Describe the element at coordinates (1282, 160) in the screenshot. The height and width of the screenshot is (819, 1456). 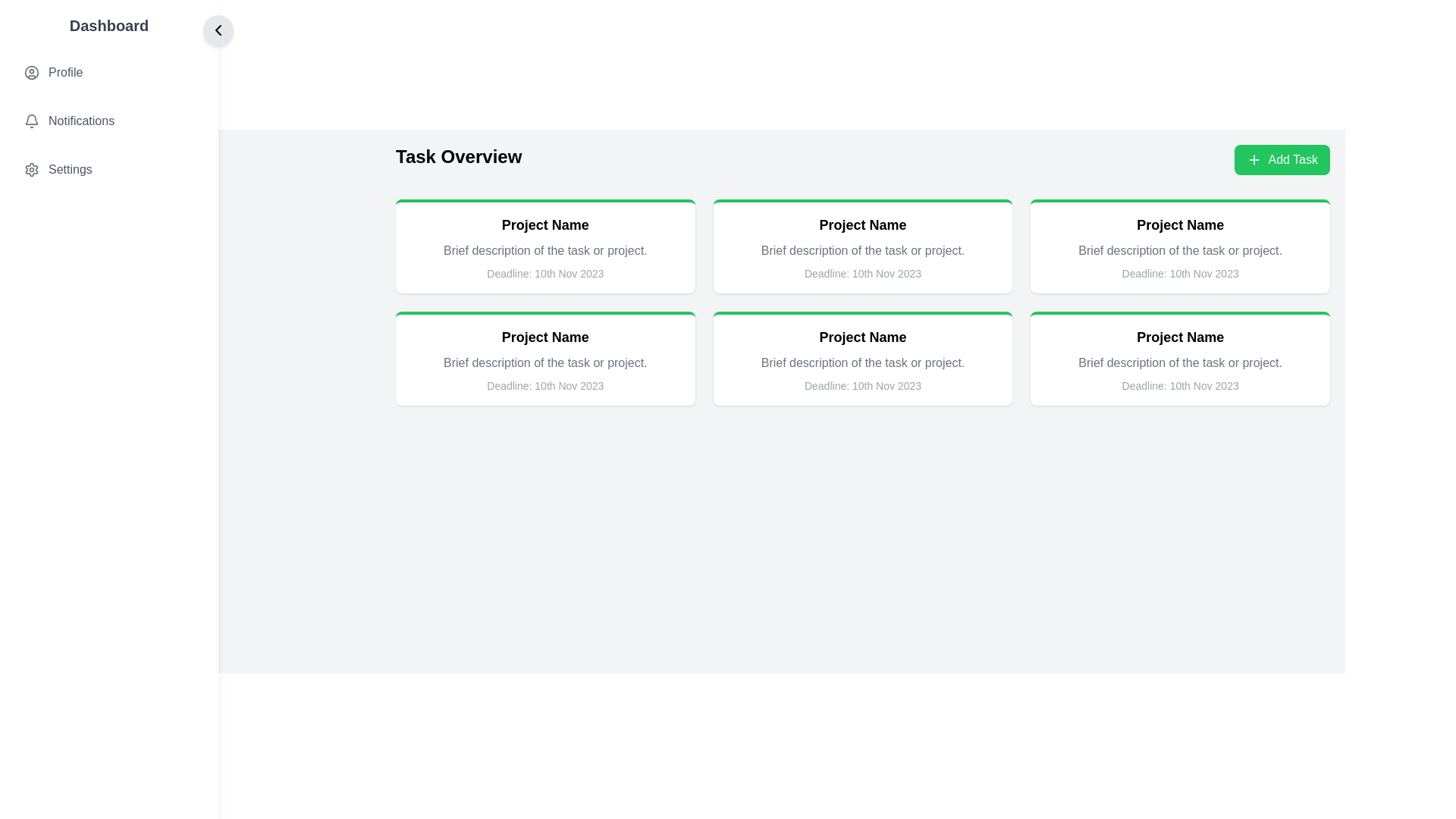
I see `the green rectangular 'Add Task' button with rounded corners located next to the 'Task Overview' title` at that location.